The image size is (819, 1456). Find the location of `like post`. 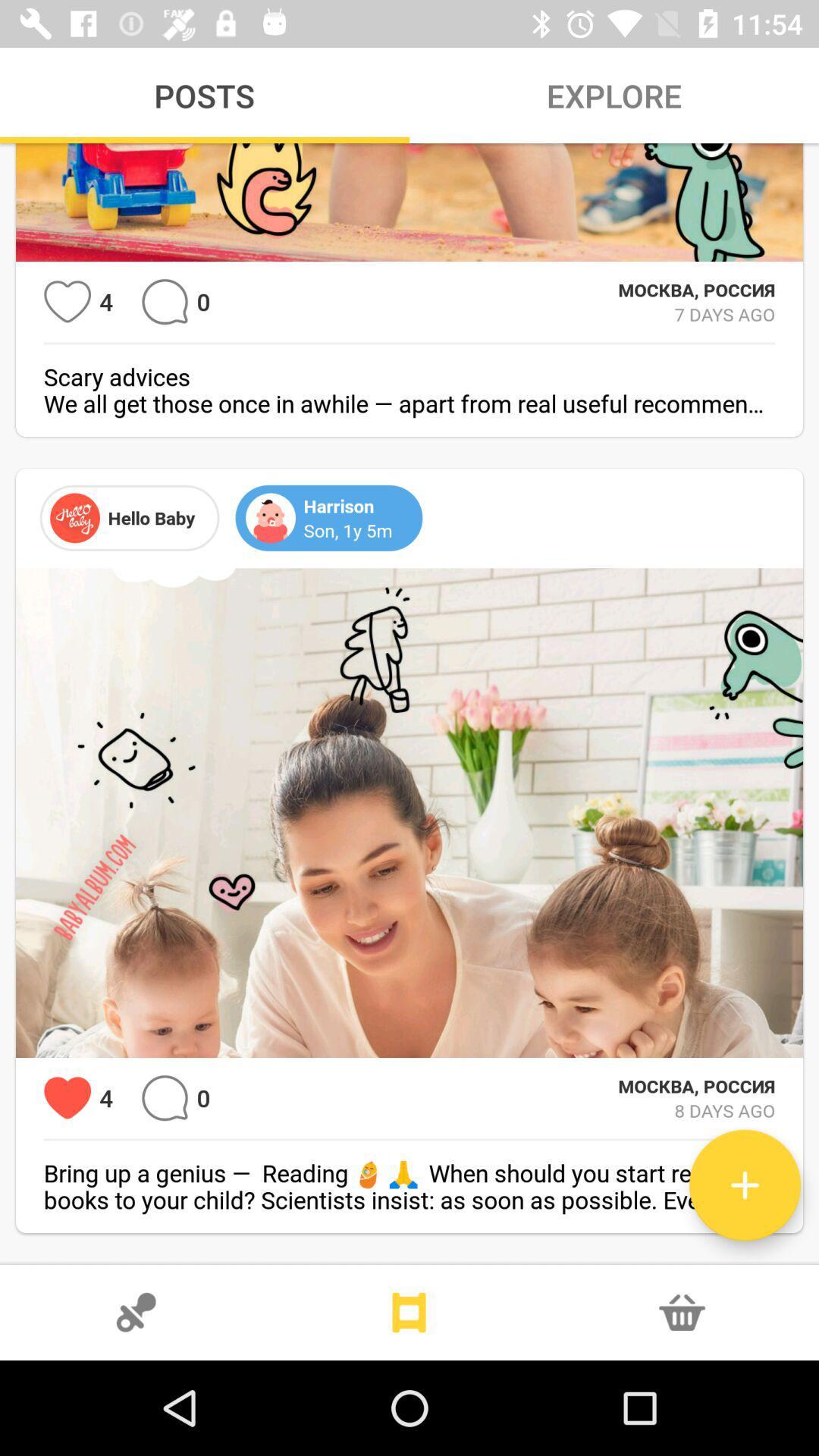

like post is located at coordinates (67, 302).